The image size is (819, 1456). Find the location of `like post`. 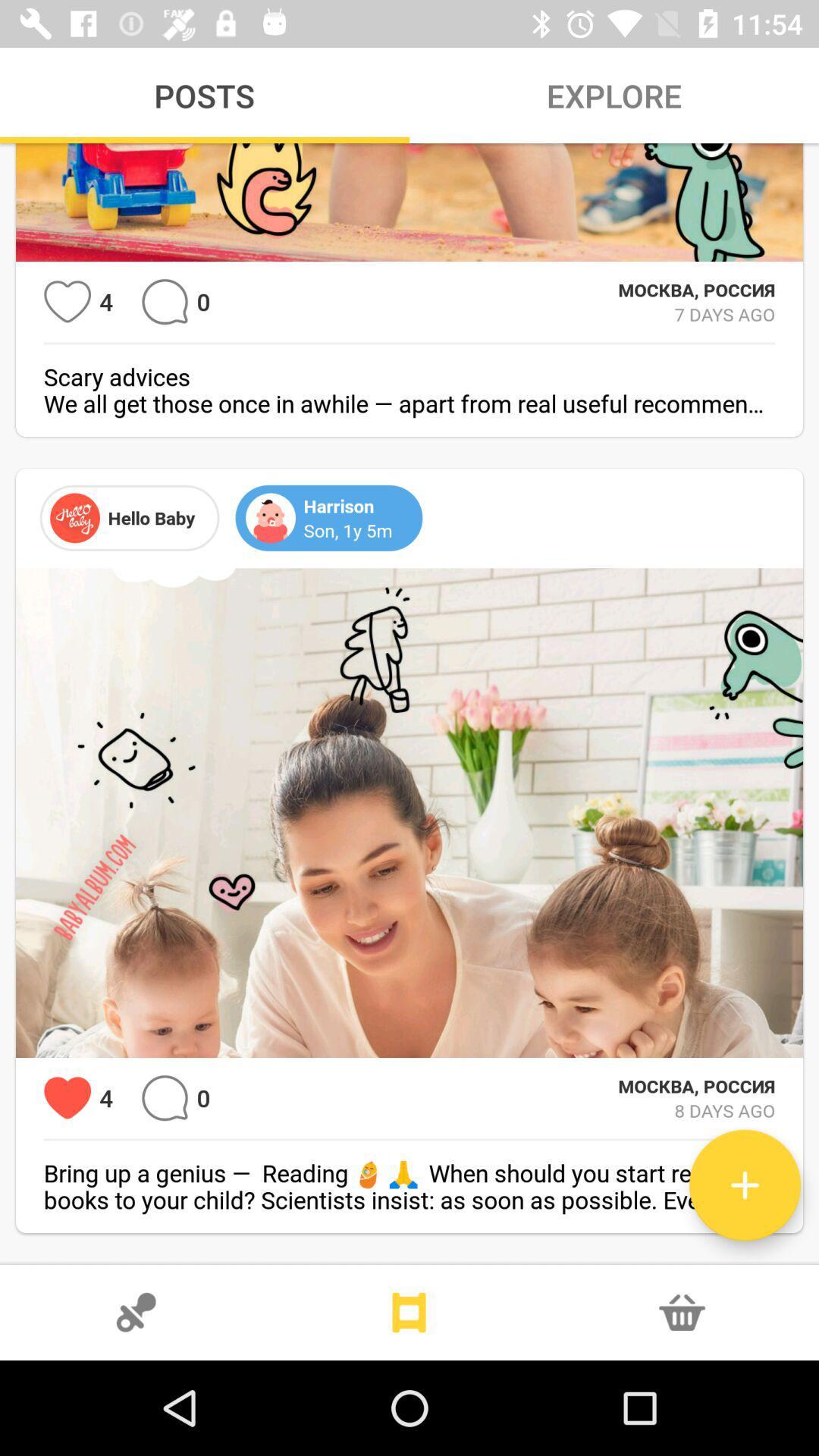

like post is located at coordinates (67, 302).